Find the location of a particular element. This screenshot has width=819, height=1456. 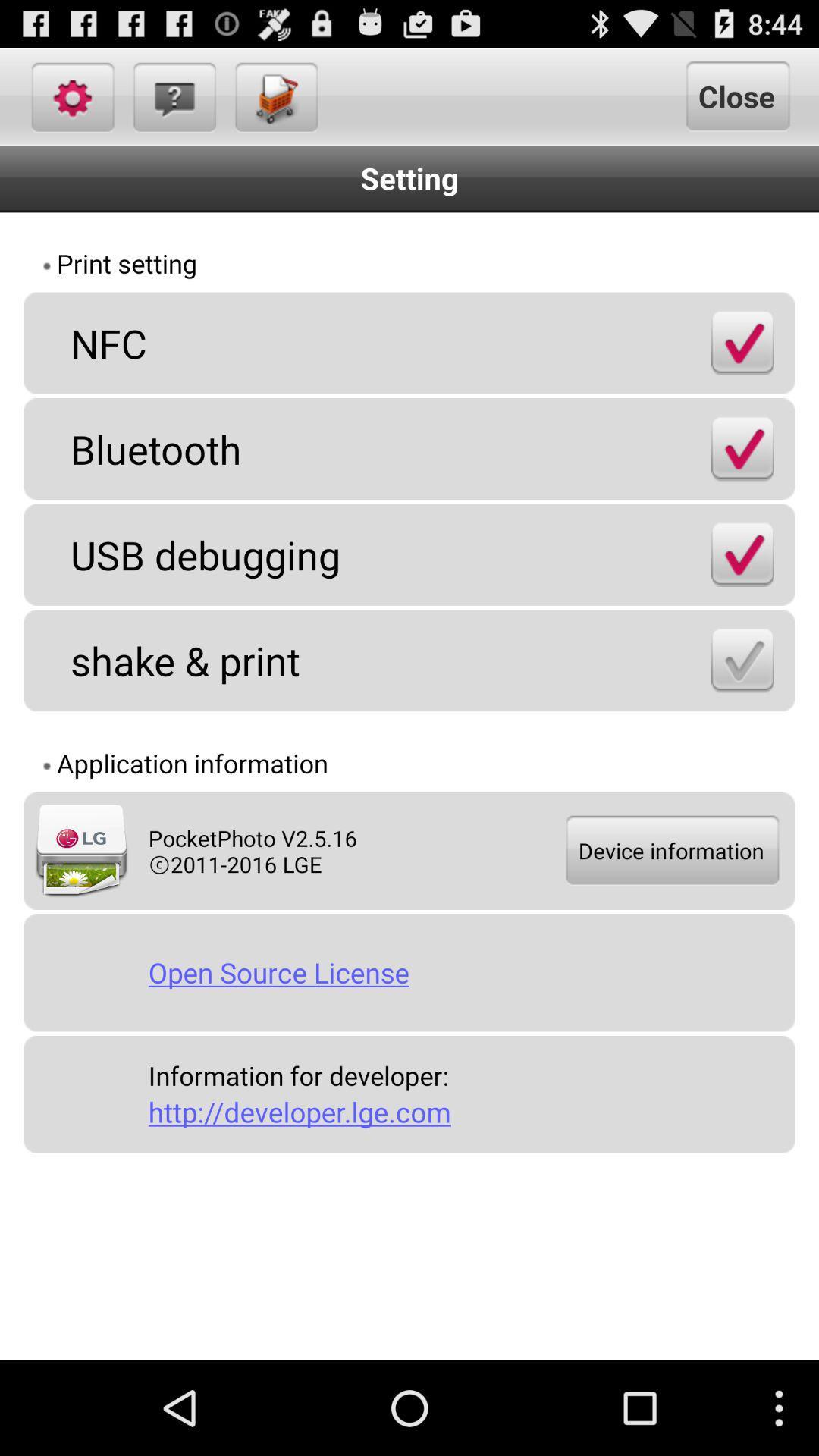

item below information for developer: icon is located at coordinates (465, 1112).